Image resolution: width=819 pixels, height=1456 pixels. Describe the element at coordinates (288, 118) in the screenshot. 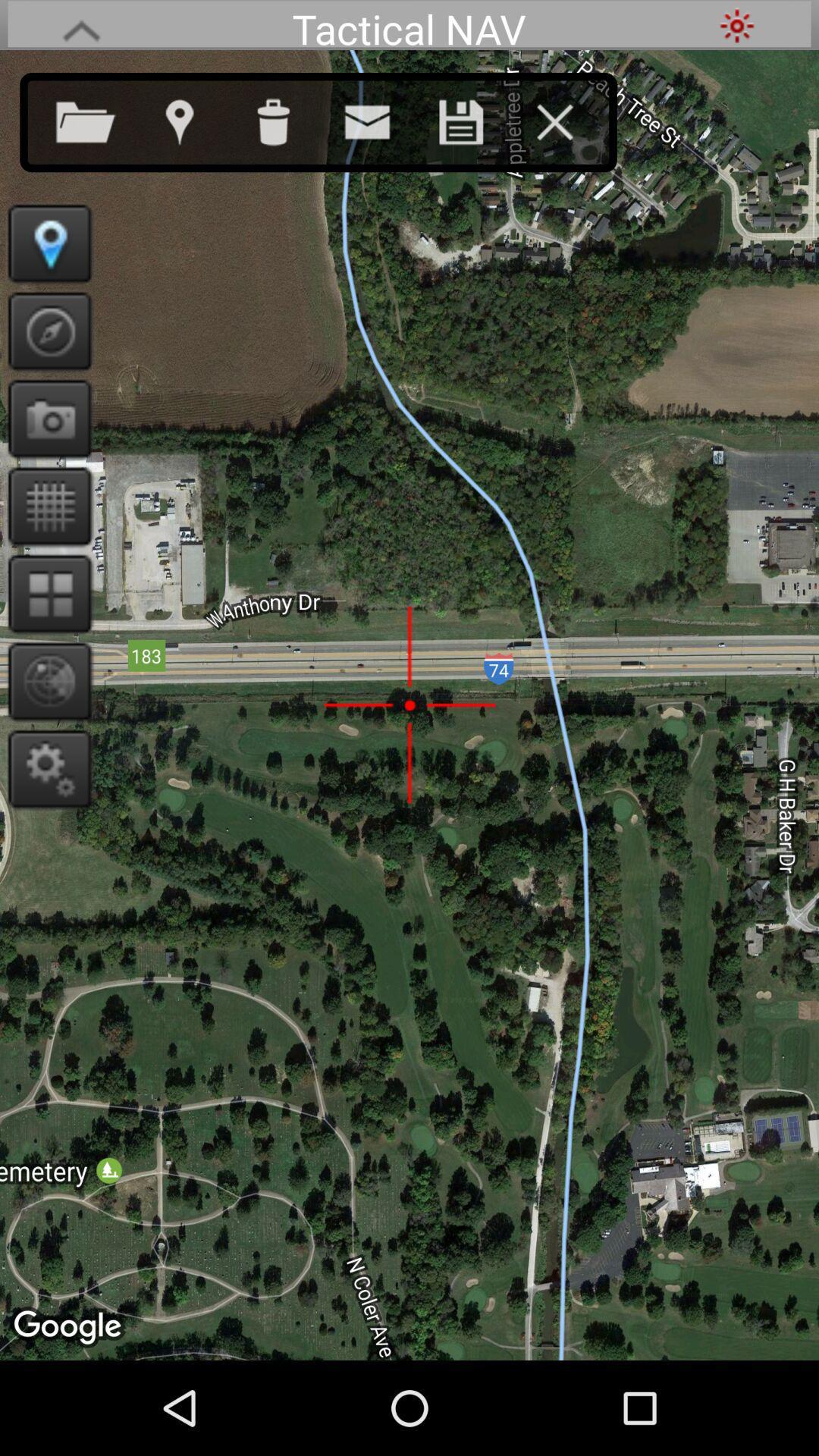

I see `removed items` at that location.